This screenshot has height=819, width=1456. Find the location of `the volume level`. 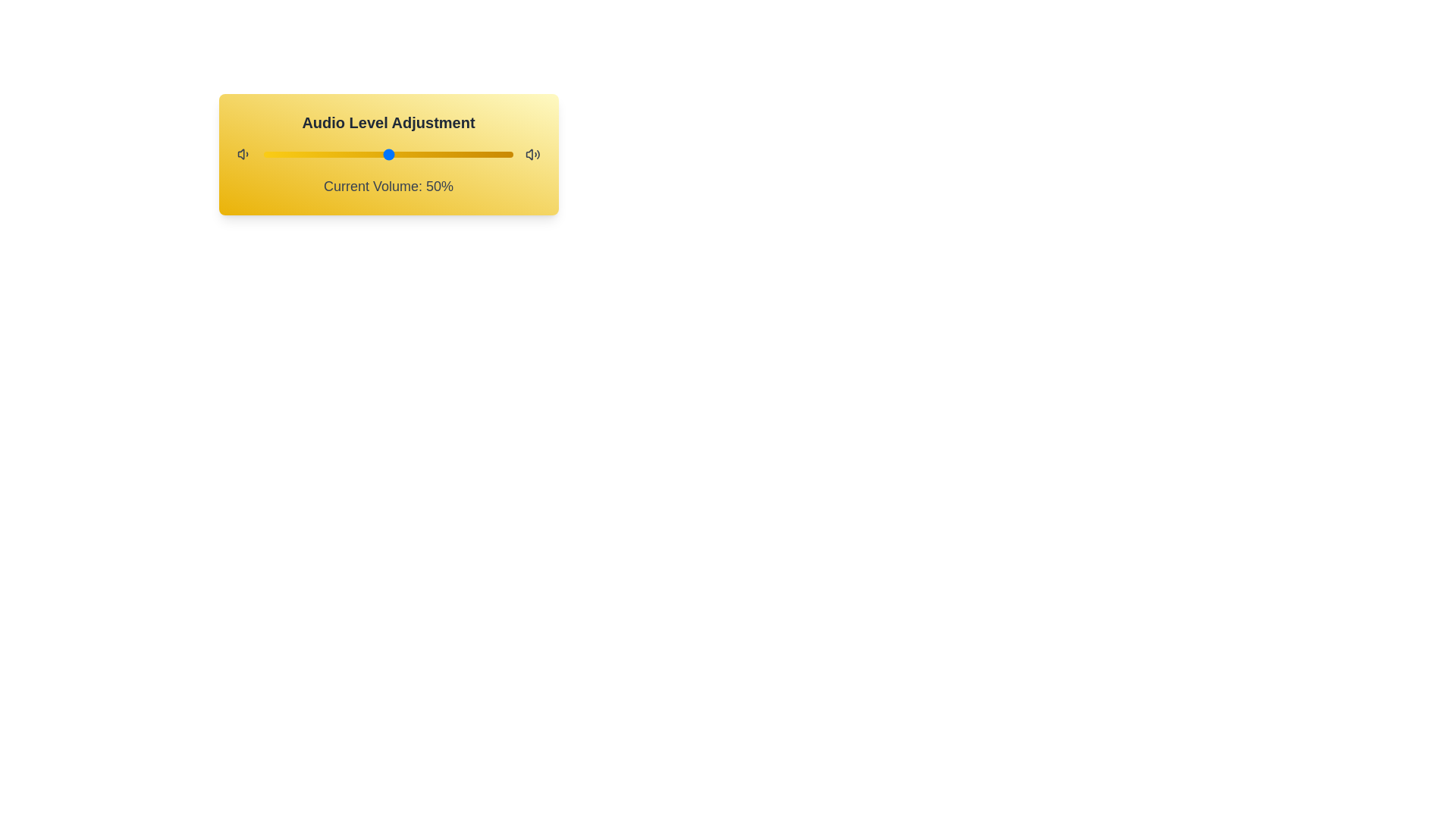

the volume level is located at coordinates (432, 155).